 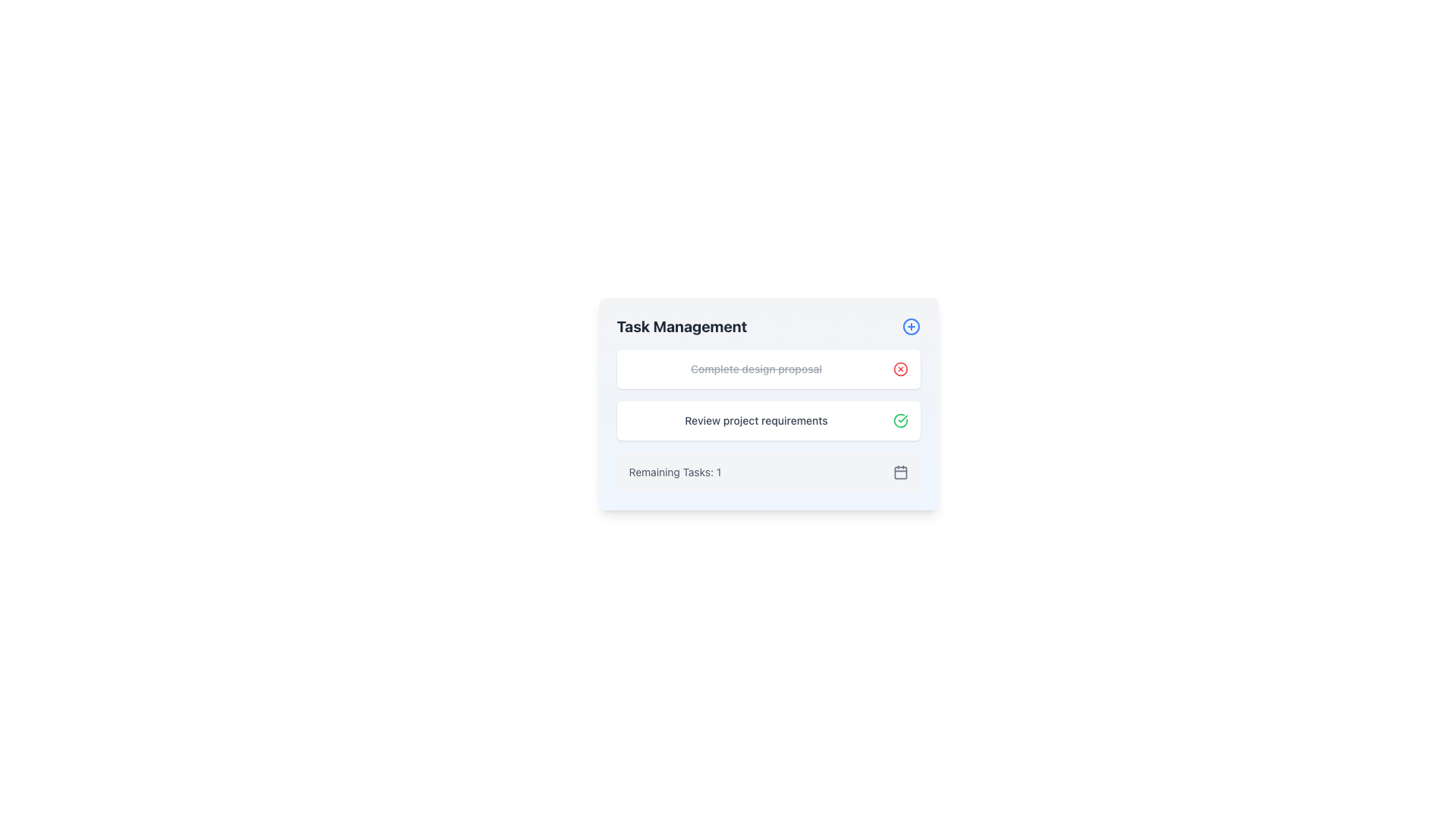 What do you see at coordinates (900, 472) in the screenshot?
I see `the small, square-shaped gray button resembling a calendar icon located in the bottom right portion of the interface` at bounding box center [900, 472].